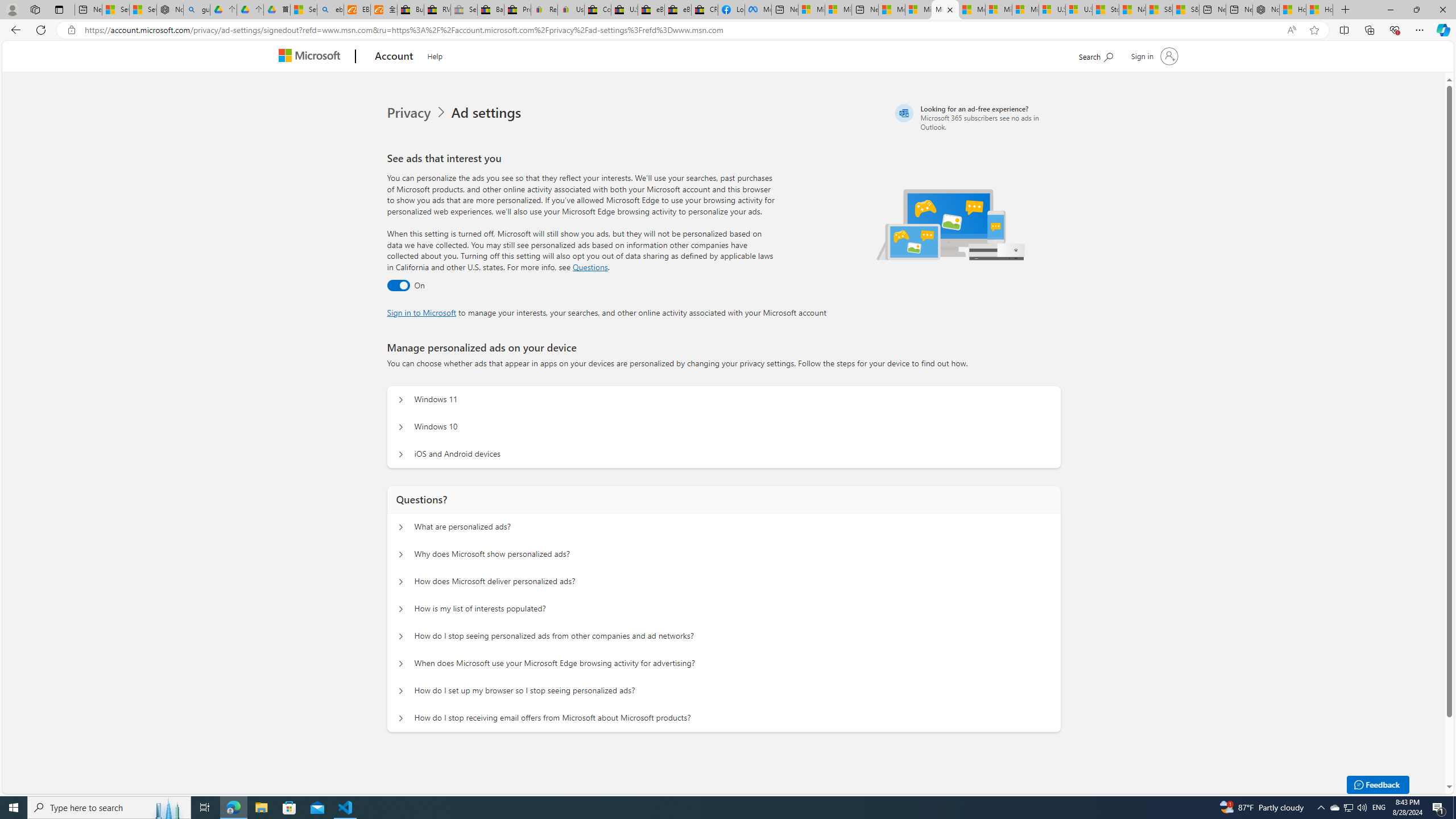 This screenshot has height=819, width=1456. Describe the element at coordinates (329, 9) in the screenshot. I see `'ebay - Search'` at that location.